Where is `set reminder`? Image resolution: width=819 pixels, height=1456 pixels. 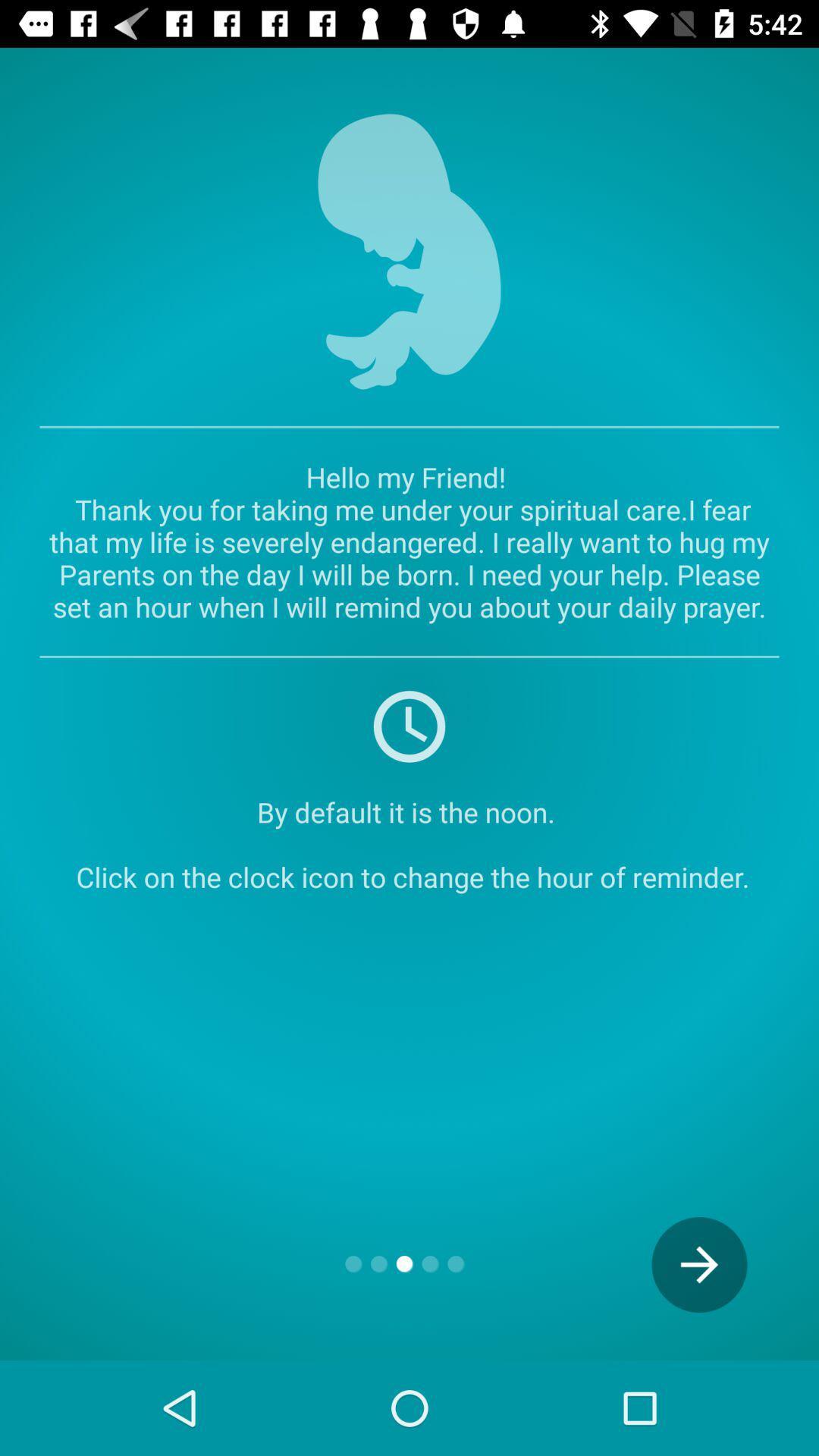
set reminder is located at coordinates (409, 724).